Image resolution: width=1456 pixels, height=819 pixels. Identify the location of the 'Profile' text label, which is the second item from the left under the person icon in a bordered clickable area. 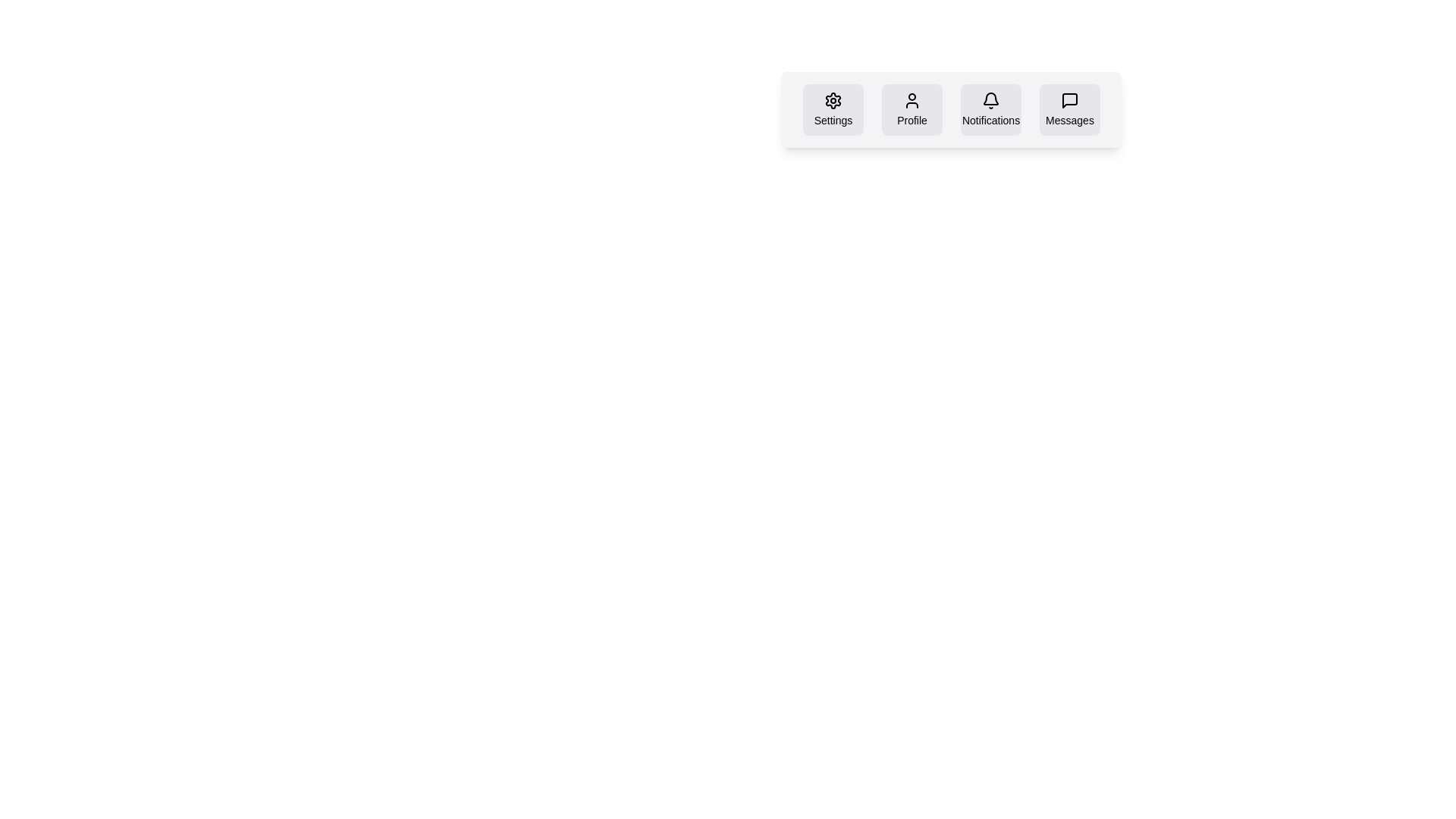
(912, 119).